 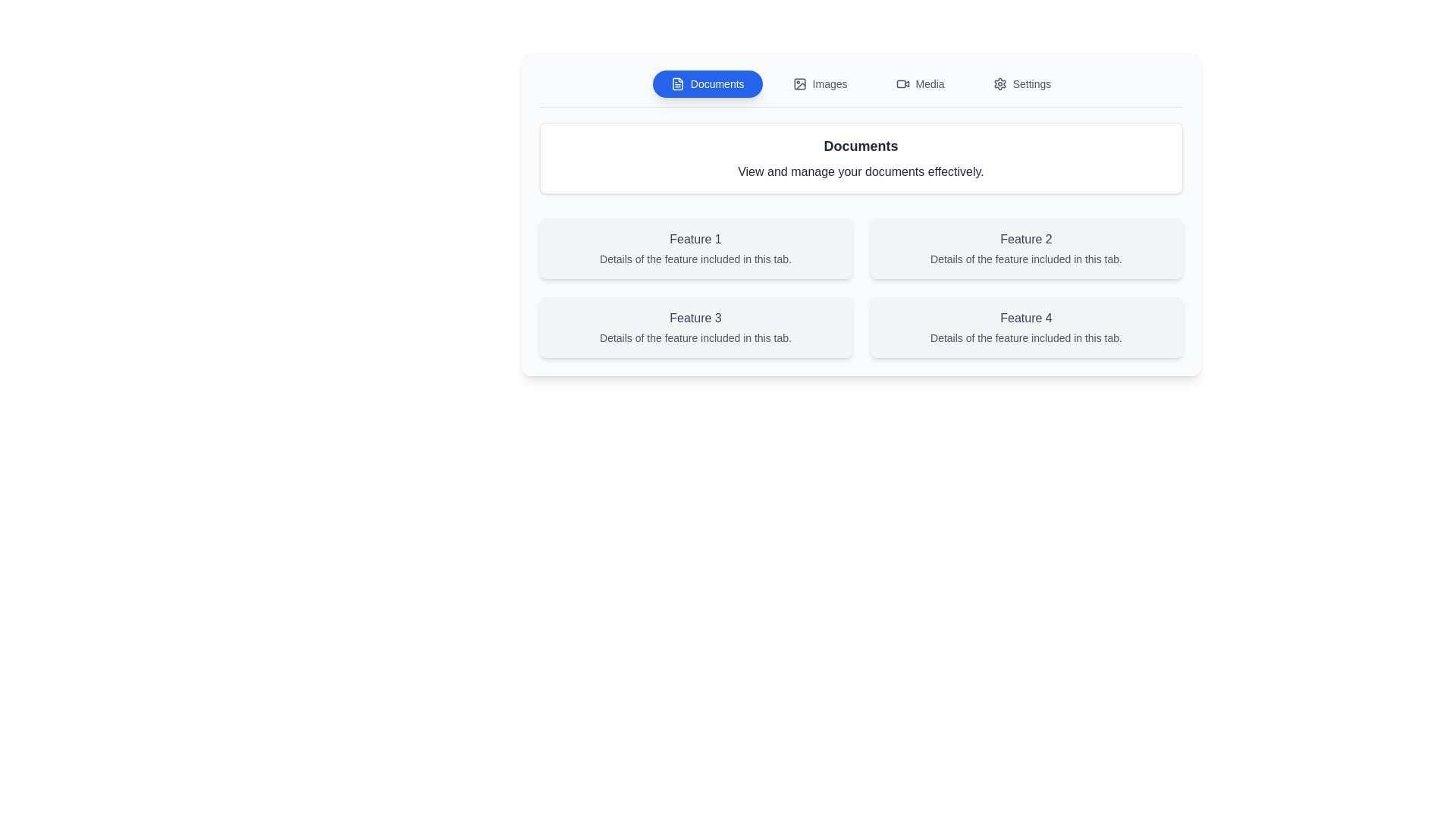 I want to click on the static text label 'Feature 3' which is styled in bold on a light gray background, located in the lower-left quadrant of a card in a 2x2 grid layout, so click(x=695, y=318).